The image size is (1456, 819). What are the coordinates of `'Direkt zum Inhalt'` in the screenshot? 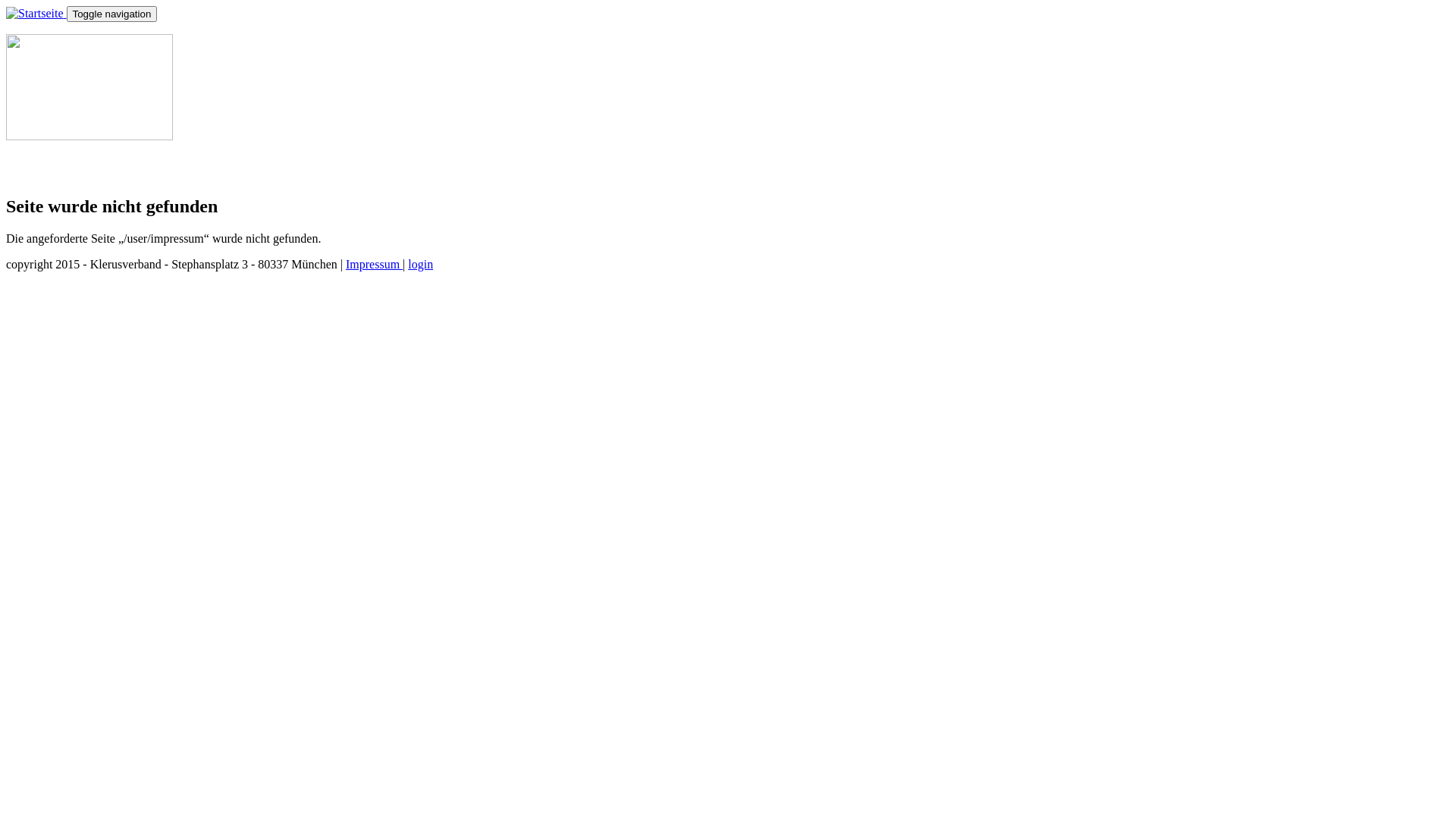 It's located at (49, 6).